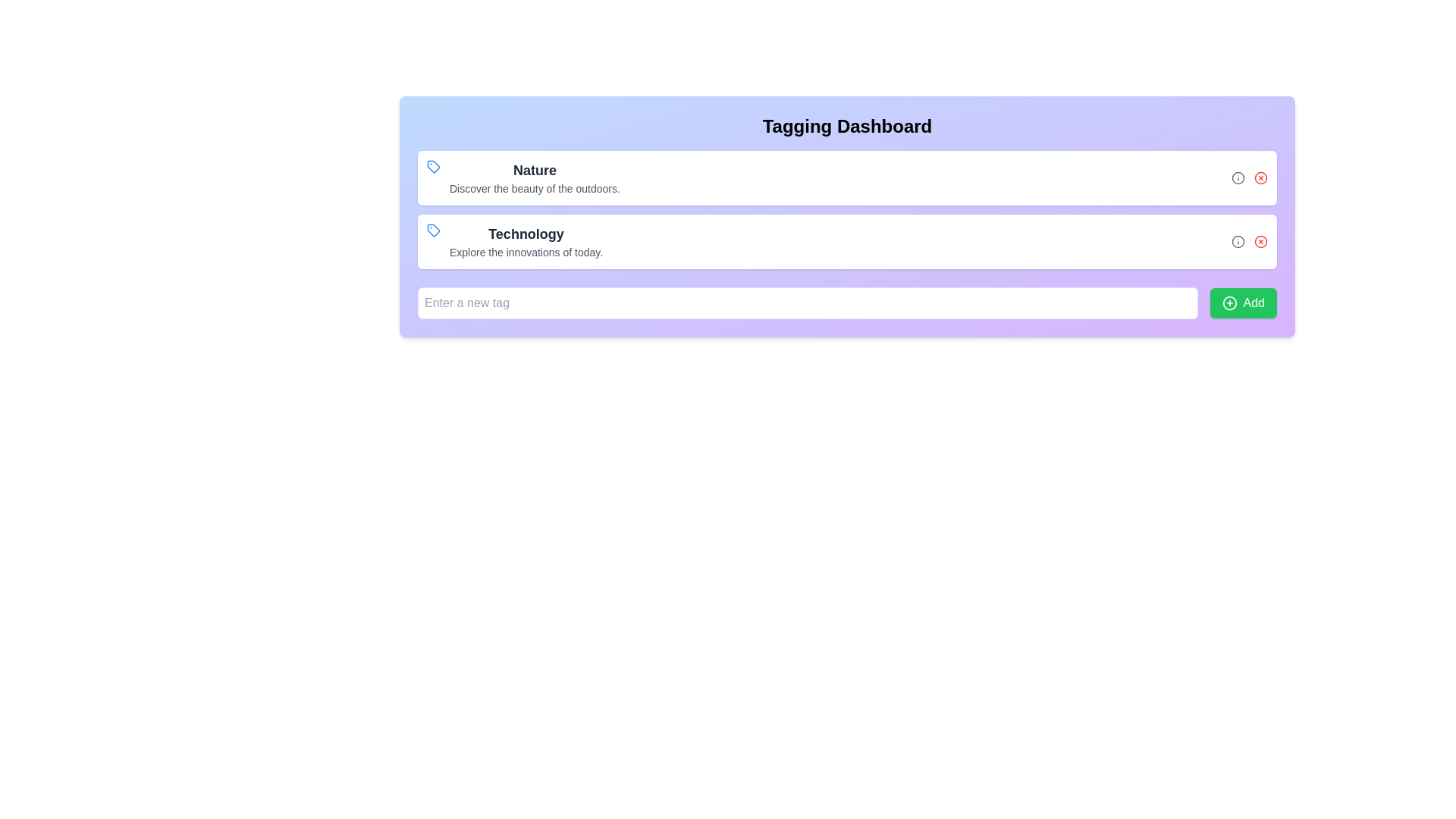 This screenshot has height=819, width=1456. Describe the element at coordinates (1238, 241) in the screenshot. I see `the tooltip icon button located to the right side of the 'Technology' entry in the second row of grouped elements` at that location.